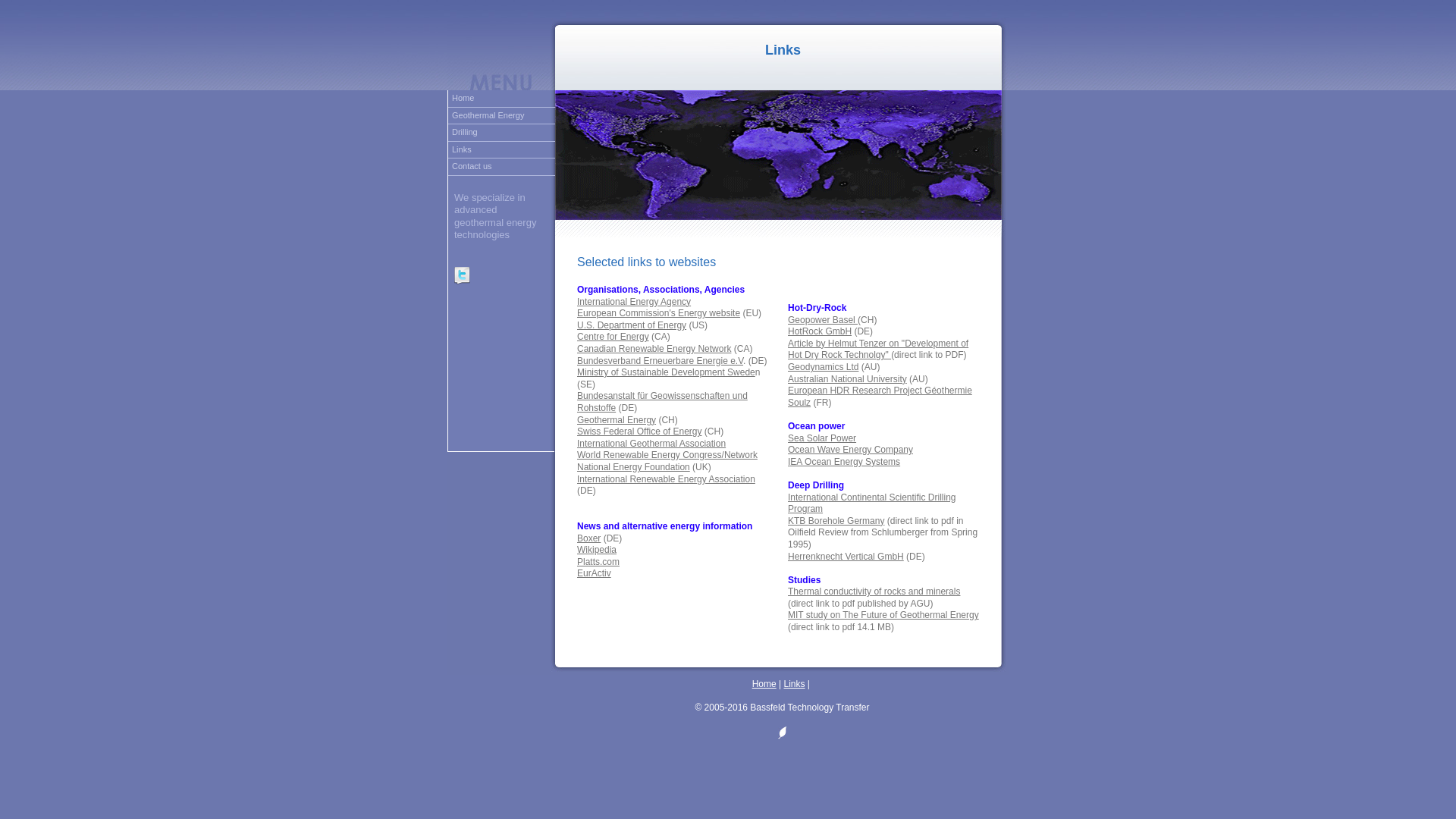 This screenshot has width=1456, height=819. What do you see at coordinates (501, 132) in the screenshot?
I see `'Drilling'` at bounding box center [501, 132].